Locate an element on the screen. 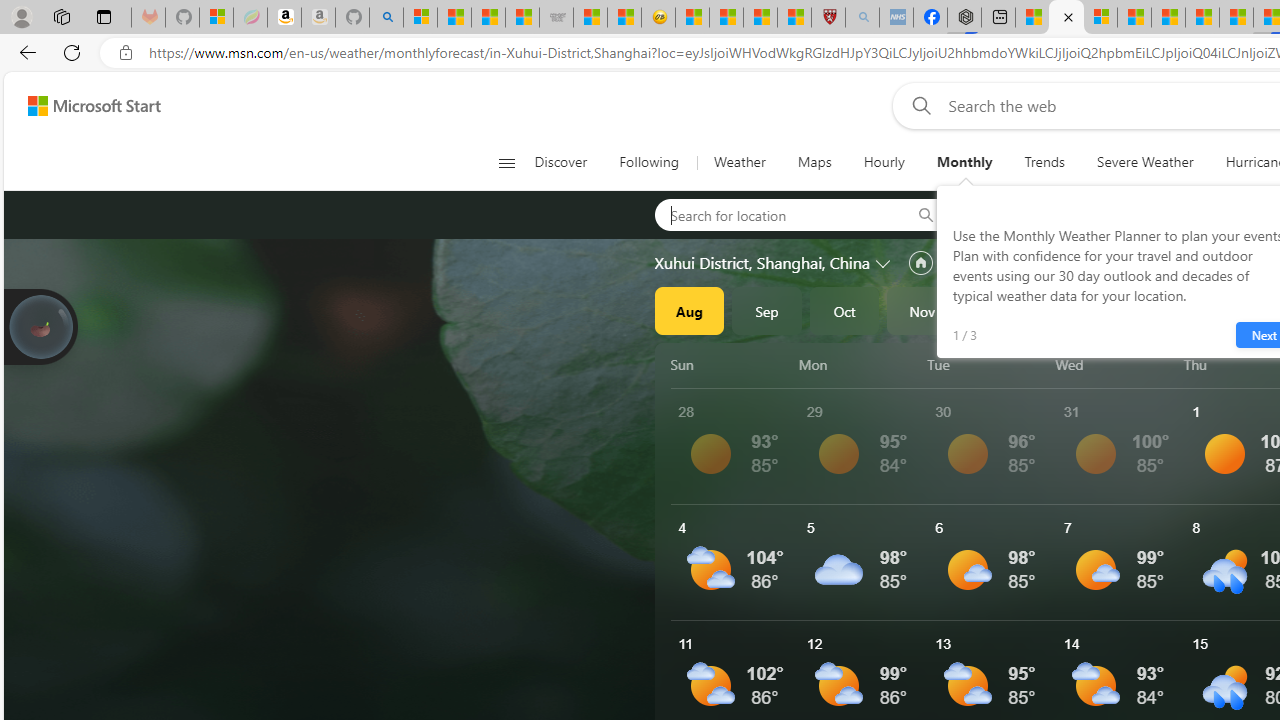 The width and height of the screenshot is (1280, 720). 'Aug' is located at coordinates (689, 311).